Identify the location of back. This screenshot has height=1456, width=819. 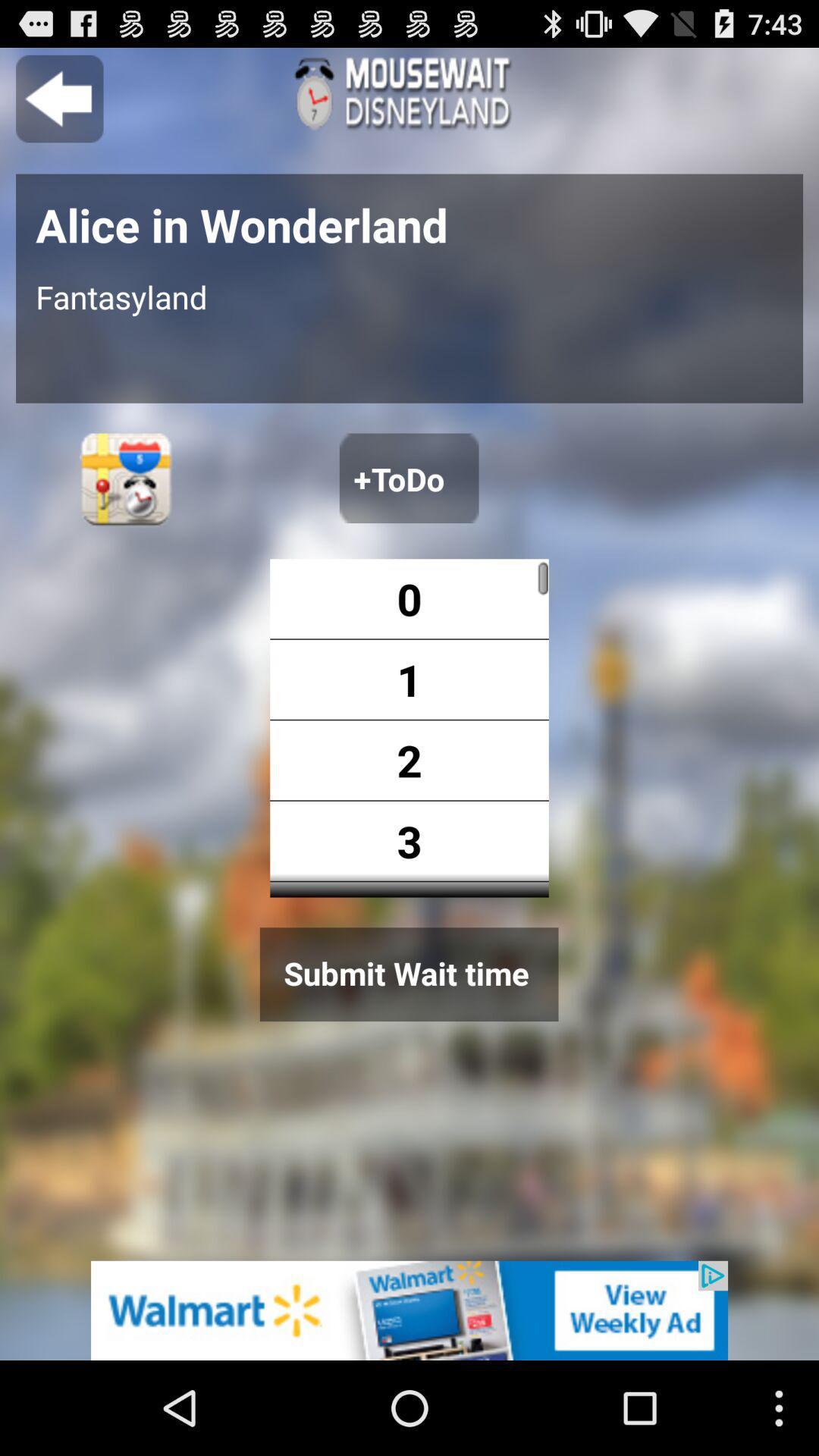
(58, 98).